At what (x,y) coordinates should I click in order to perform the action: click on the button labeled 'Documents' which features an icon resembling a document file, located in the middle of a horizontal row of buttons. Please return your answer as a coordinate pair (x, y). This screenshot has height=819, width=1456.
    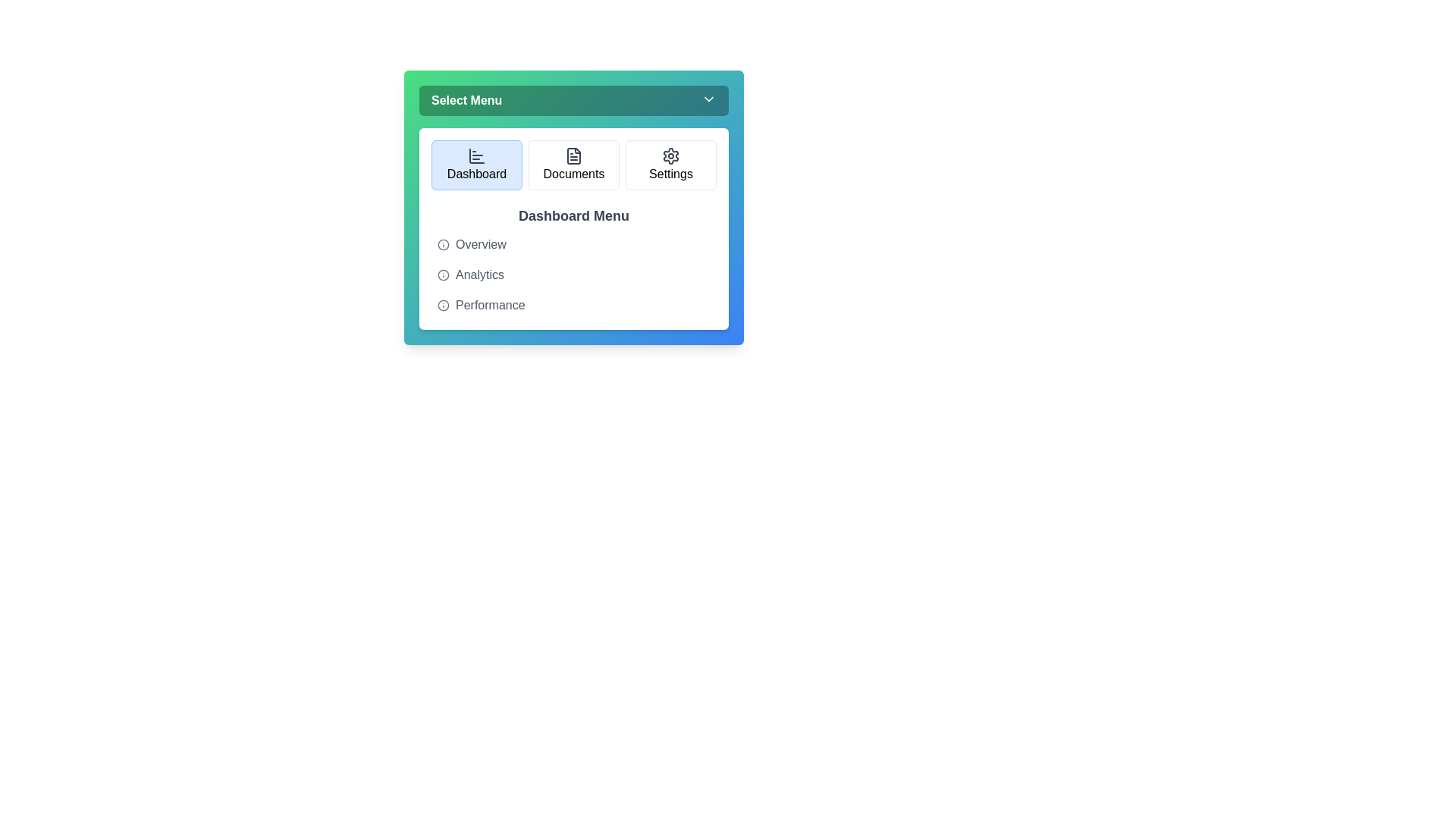
    Looking at the image, I should click on (573, 165).